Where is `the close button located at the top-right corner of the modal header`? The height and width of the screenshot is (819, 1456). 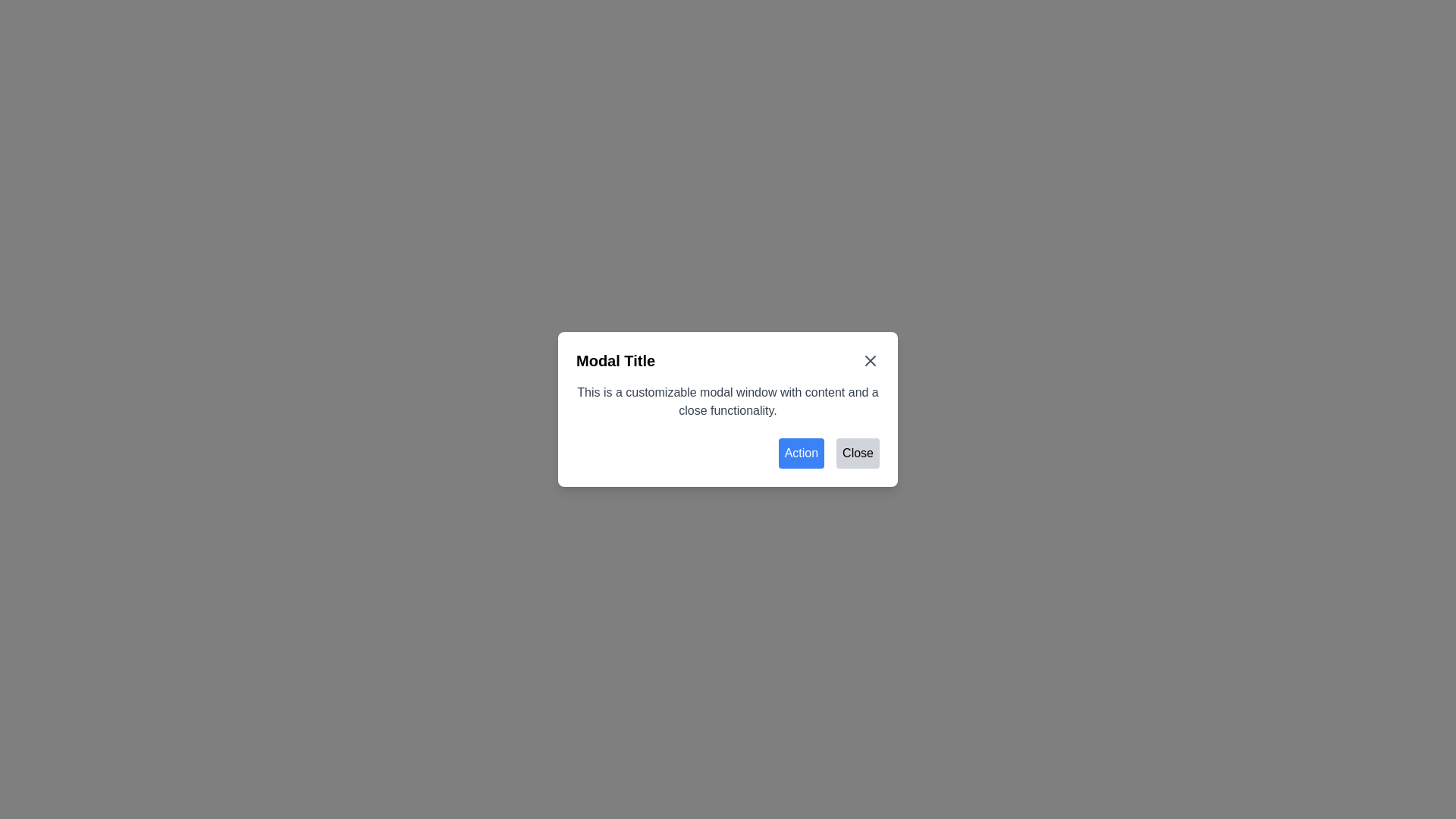
the close button located at the top-right corner of the modal header is located at coordinates (870, 360).